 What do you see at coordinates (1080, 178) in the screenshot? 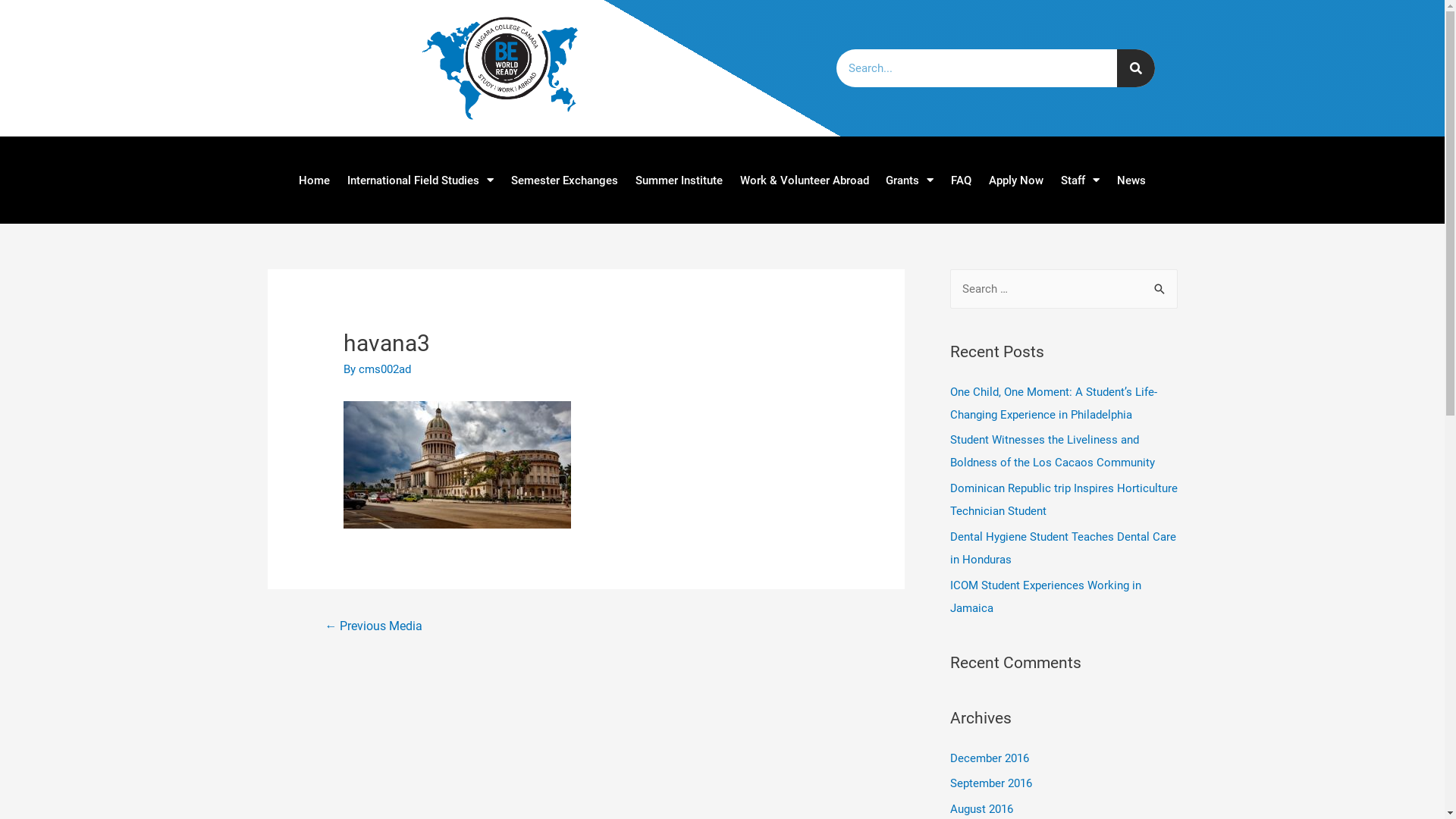
I see `'Staff'` at bounding box center [1080, 178].